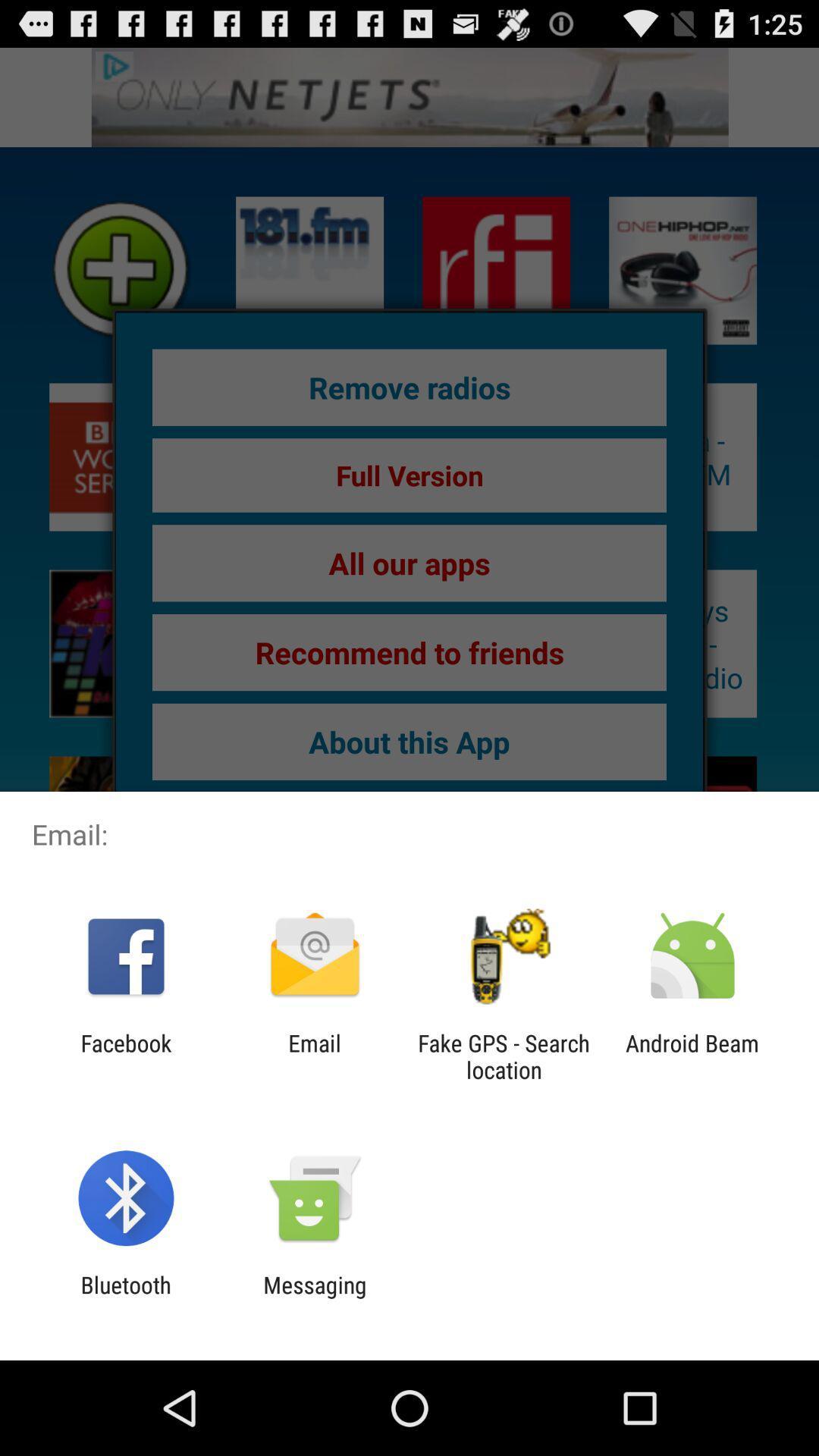 The width and height of the screenshot is (819, 1456). Describe the element at coordinates (125, 1056) in the screenshot. I see `the facebook item` at that location.